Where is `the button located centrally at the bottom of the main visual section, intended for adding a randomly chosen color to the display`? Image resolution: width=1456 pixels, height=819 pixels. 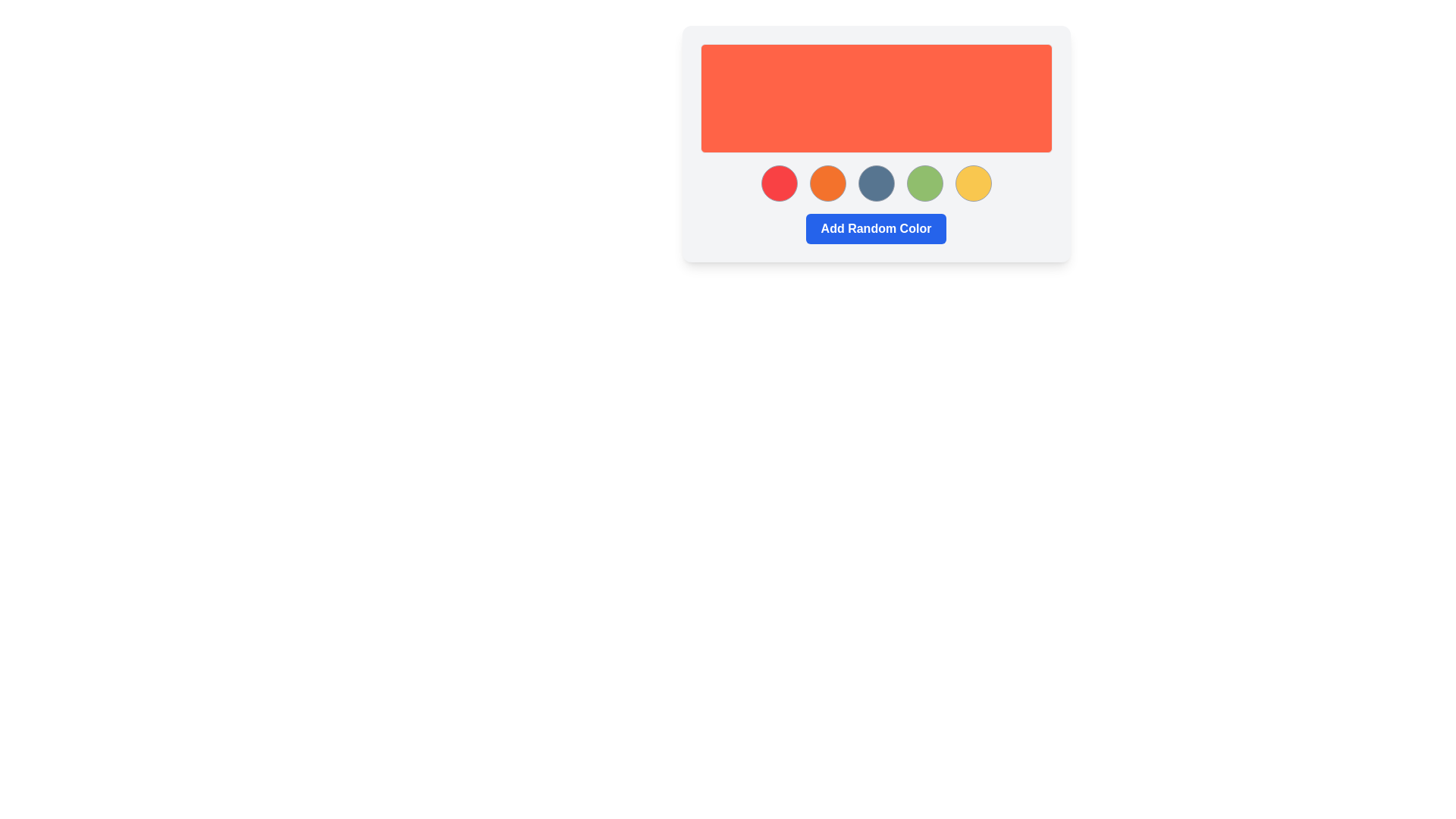 the button located centrally at the bottom of the main visual section, intended for adding a randomly chosen color to the display is located at coordinates (876, 228).